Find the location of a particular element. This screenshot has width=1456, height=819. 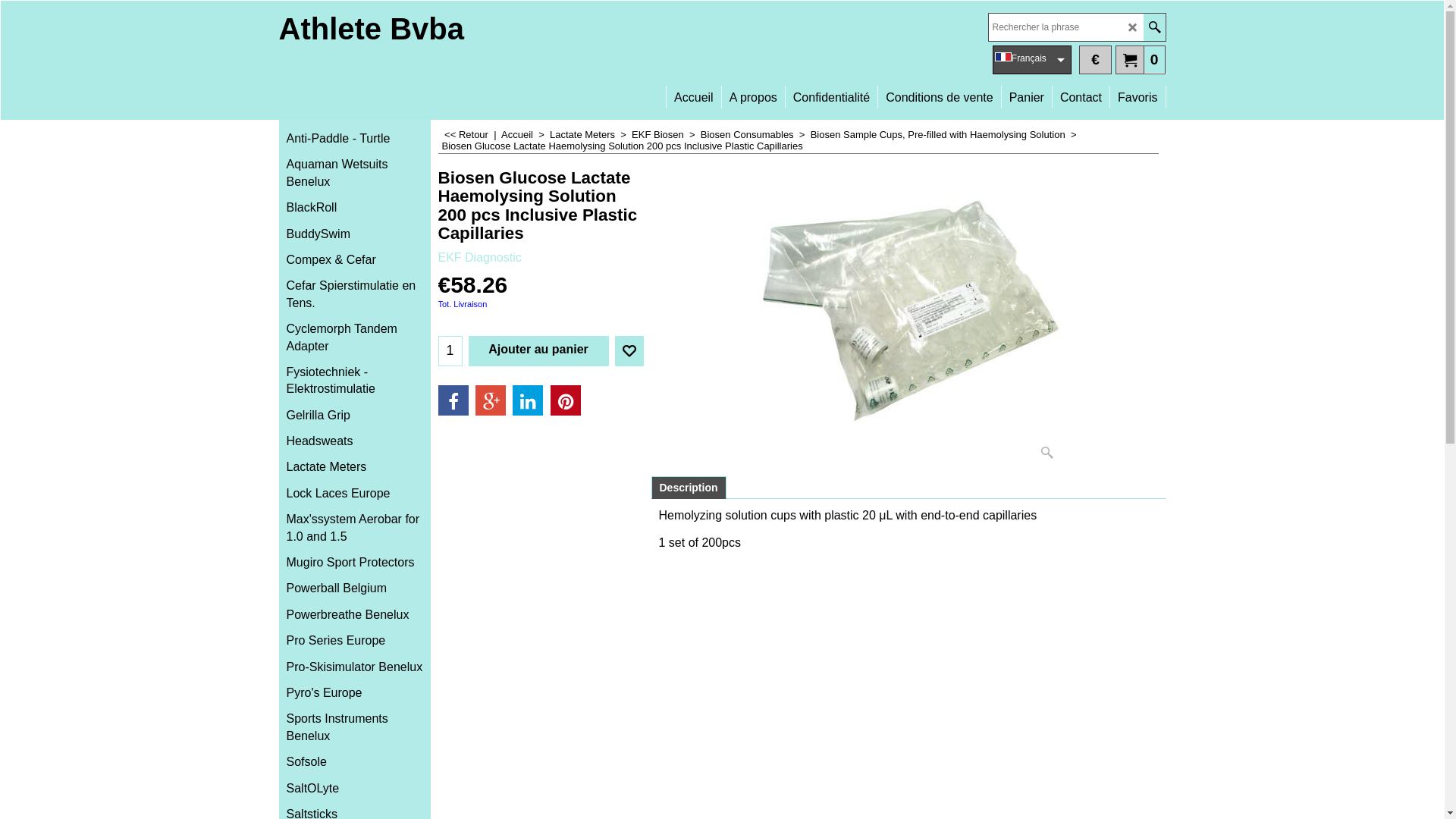

'Favoris' is located at coordinates (1137, 90).